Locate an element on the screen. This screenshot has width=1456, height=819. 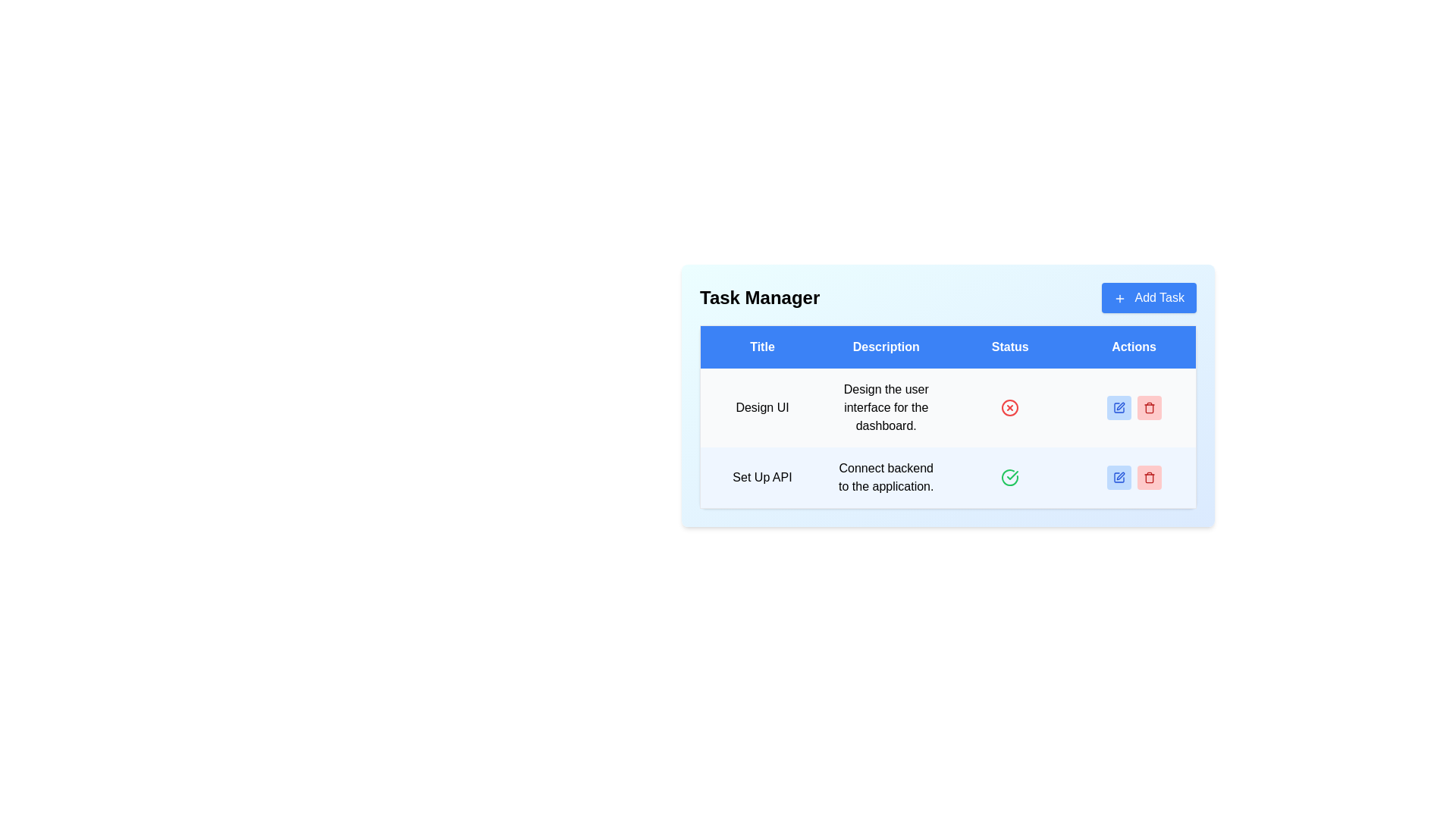
the edit icon button, which is a curved rectangular icon with a pen tip design located in the Actions column of the second row in the table is located at coordinates (1120, 475).